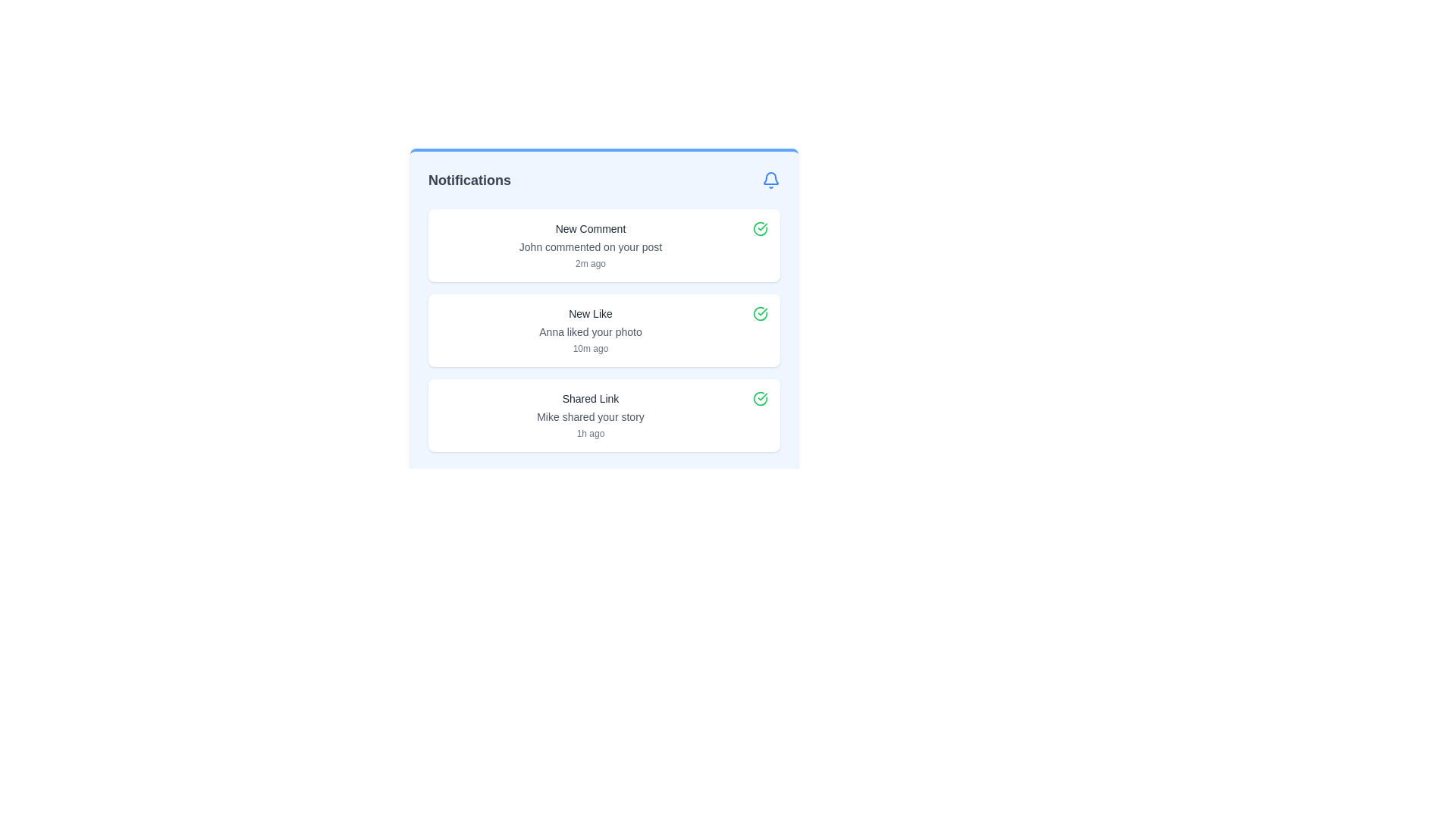  What do you see at coordinates (589, 262) in the screenshot?
I see `the timestamp text label located at the bottom of the 'New Comment' notification card, which indicates how long ago the notification occurred` at bounding box center [589, 262].